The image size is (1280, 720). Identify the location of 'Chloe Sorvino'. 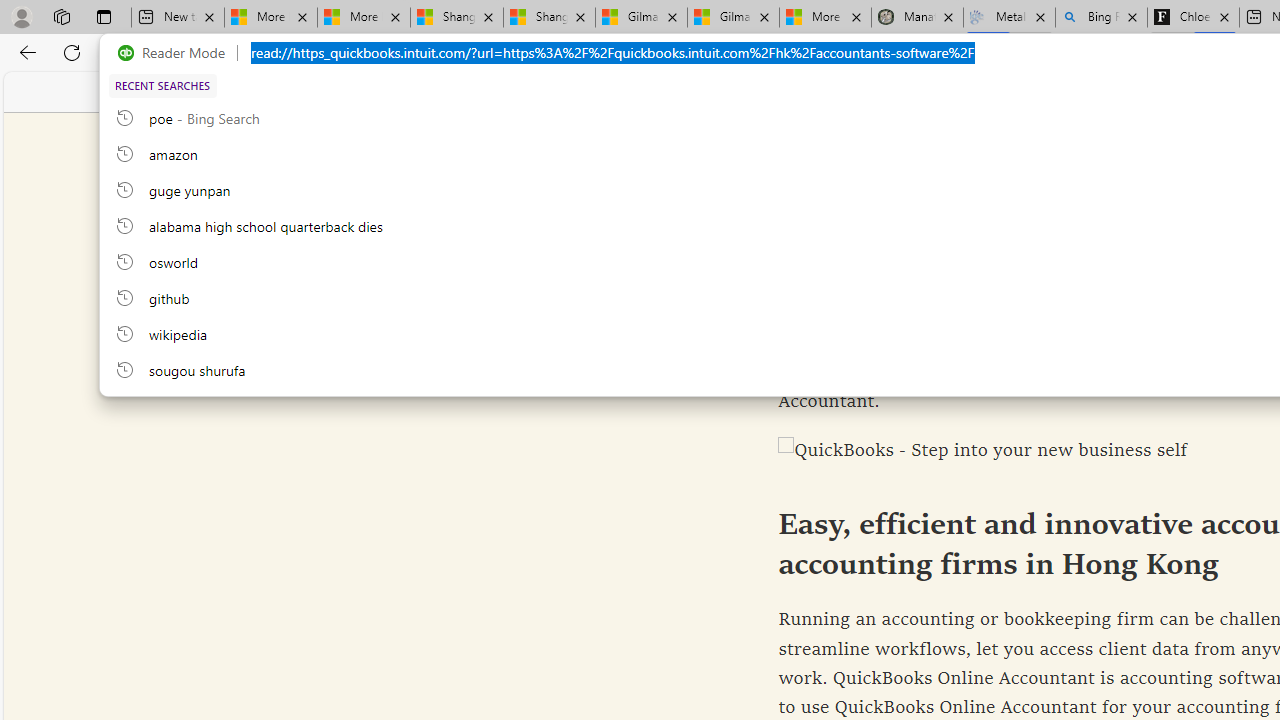
(1193, 17).